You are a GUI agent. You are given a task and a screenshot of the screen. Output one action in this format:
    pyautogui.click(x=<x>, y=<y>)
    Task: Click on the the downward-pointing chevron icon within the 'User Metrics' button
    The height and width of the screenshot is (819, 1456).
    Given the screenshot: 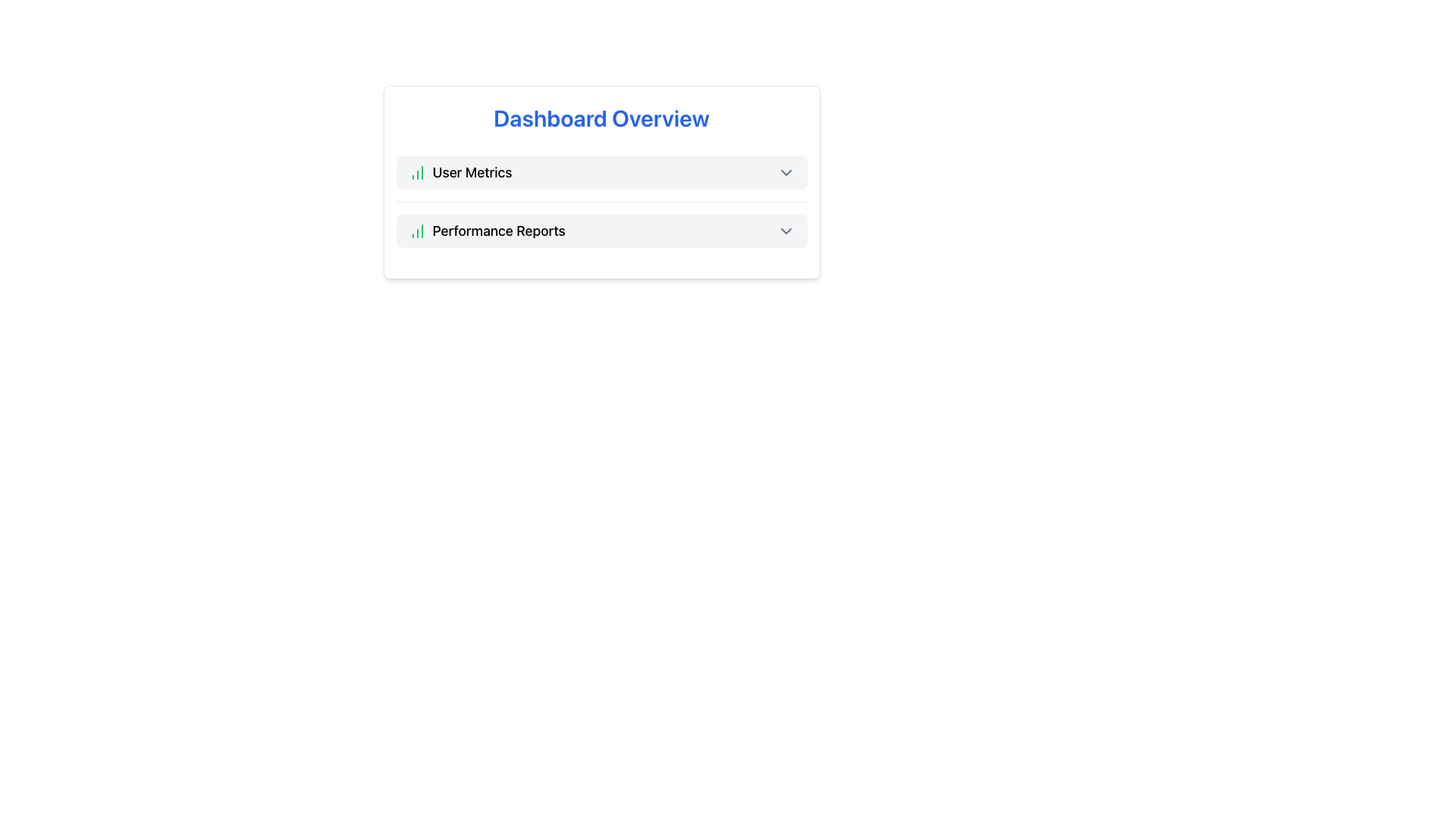 What is the action you would take?
    pyautogui.click(x=786, y=171)
    